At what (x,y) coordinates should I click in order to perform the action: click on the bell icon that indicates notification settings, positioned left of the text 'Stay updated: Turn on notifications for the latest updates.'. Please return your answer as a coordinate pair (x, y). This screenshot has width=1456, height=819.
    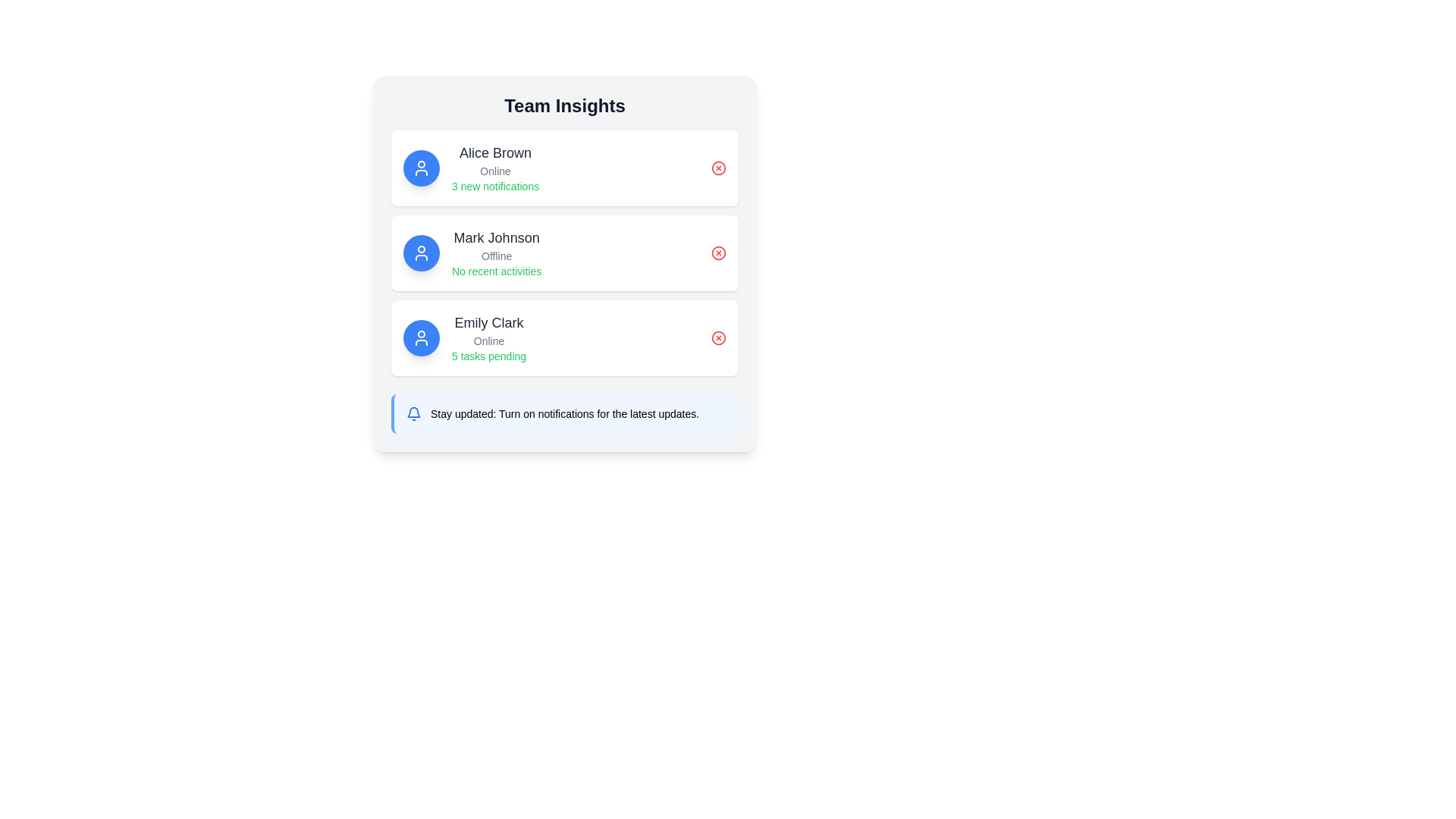
    Looking at the image, I should click on (414, 414).